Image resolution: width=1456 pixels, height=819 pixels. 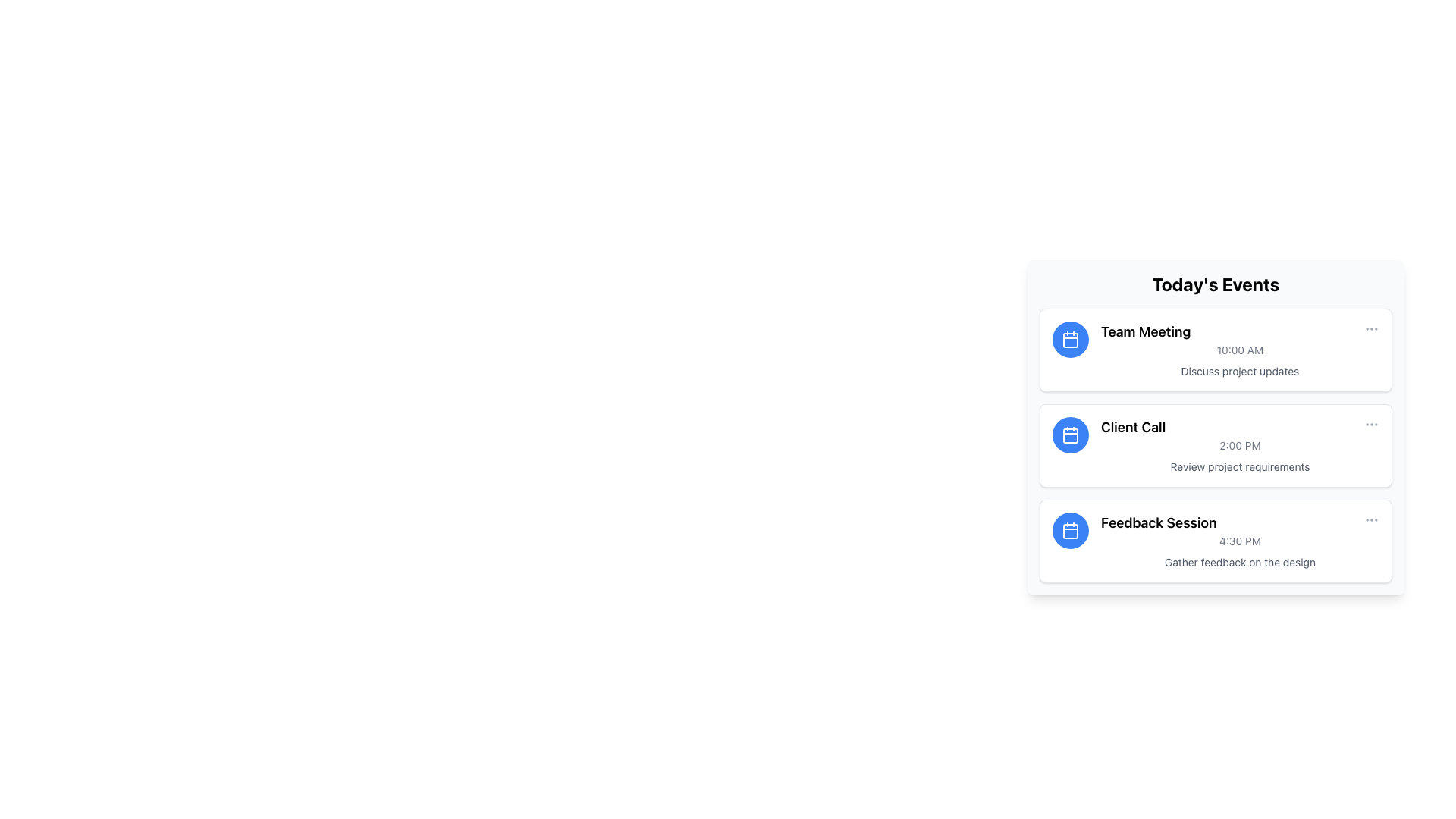 I want to click on the second Event card titled 'Client Call' located in the 'Today's Events' section, so click(x=1216, y=444).